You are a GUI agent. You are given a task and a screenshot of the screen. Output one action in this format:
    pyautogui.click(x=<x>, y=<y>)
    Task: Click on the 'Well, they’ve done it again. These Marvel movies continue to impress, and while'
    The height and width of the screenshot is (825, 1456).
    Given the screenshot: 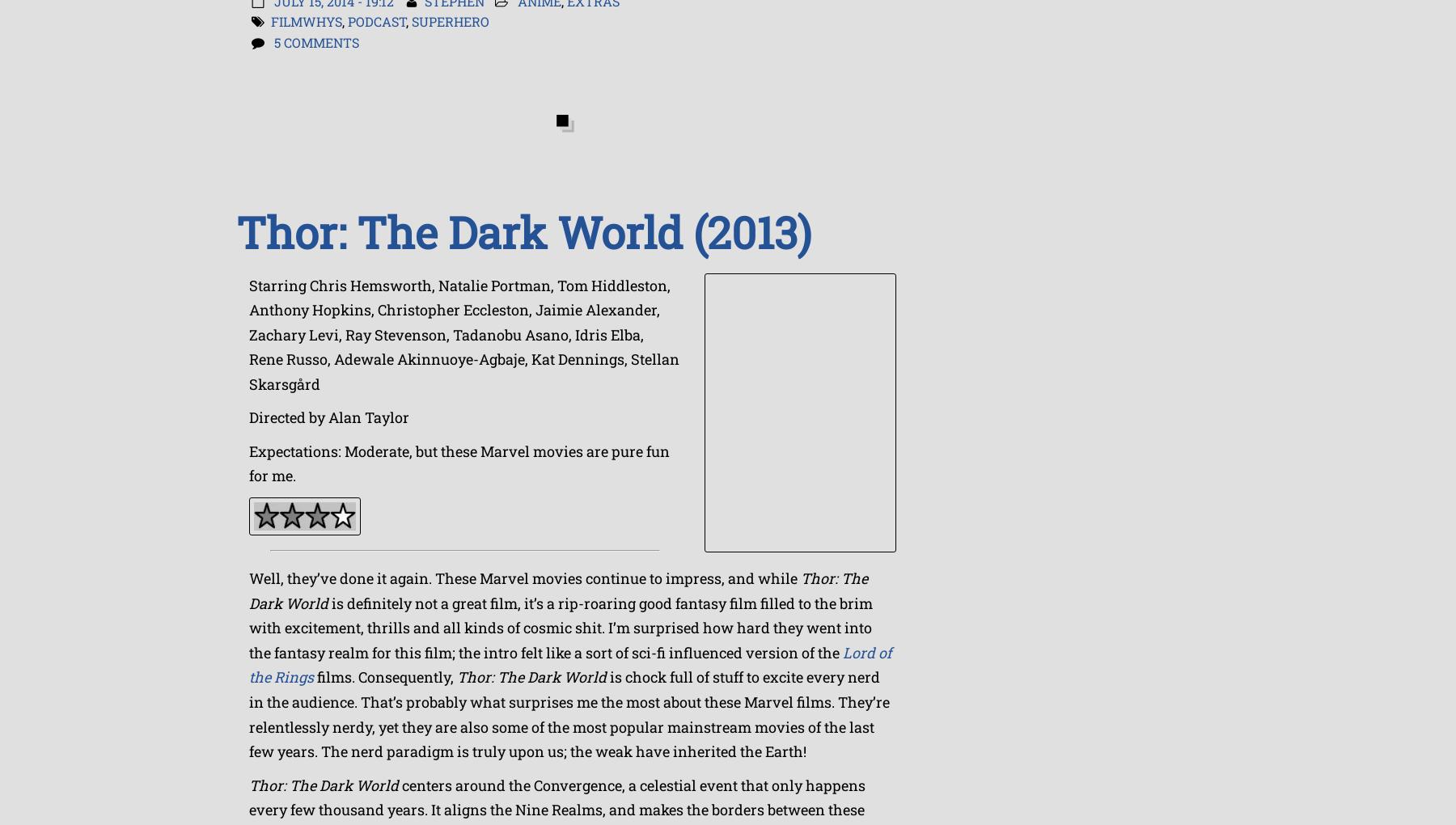 What is the action you would take?
    pyautogui.click(x=525, y=577)
    